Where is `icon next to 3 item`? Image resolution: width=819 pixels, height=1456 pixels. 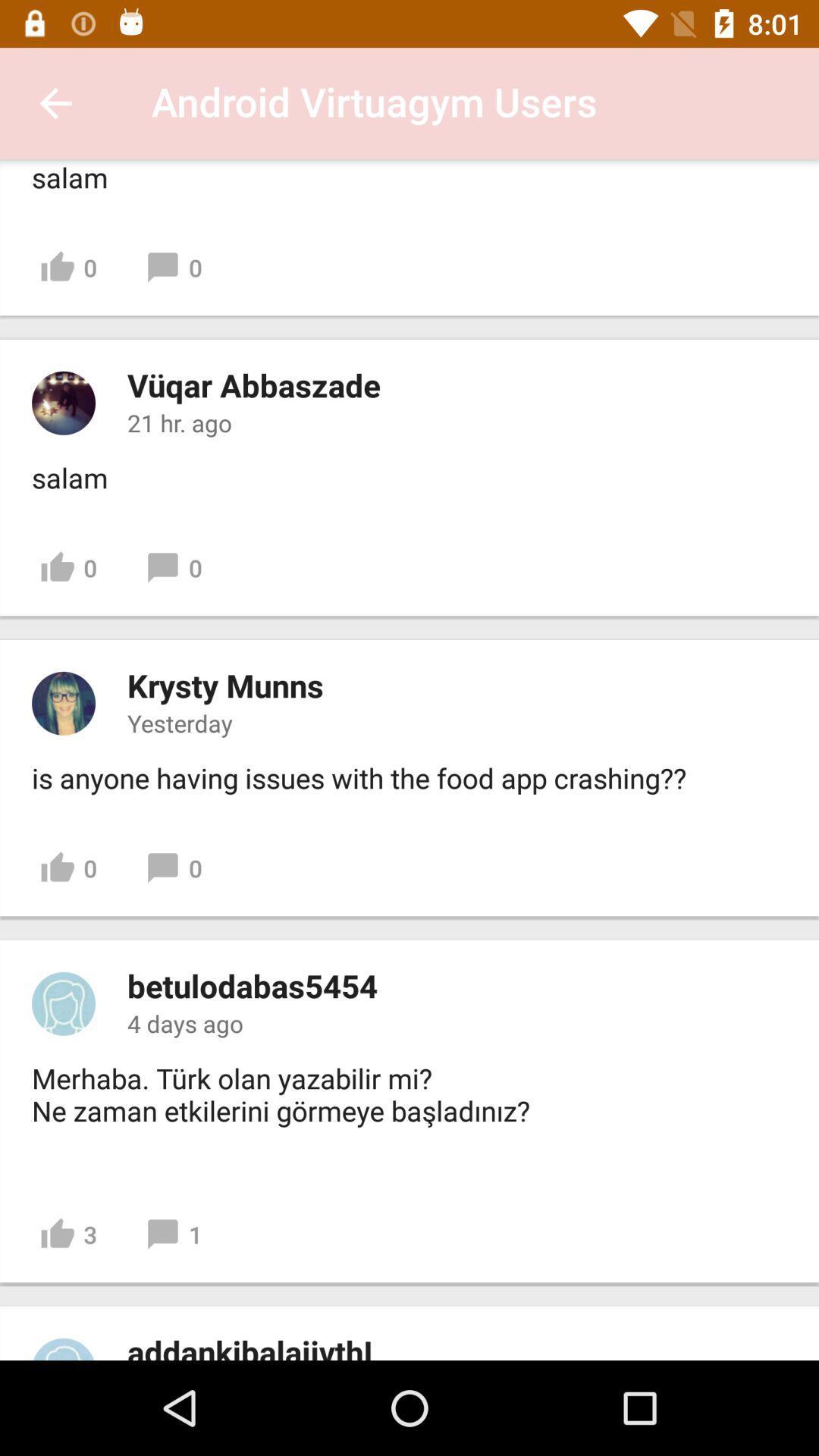 icon next to 3 item is located at coordinates (173, 1235).